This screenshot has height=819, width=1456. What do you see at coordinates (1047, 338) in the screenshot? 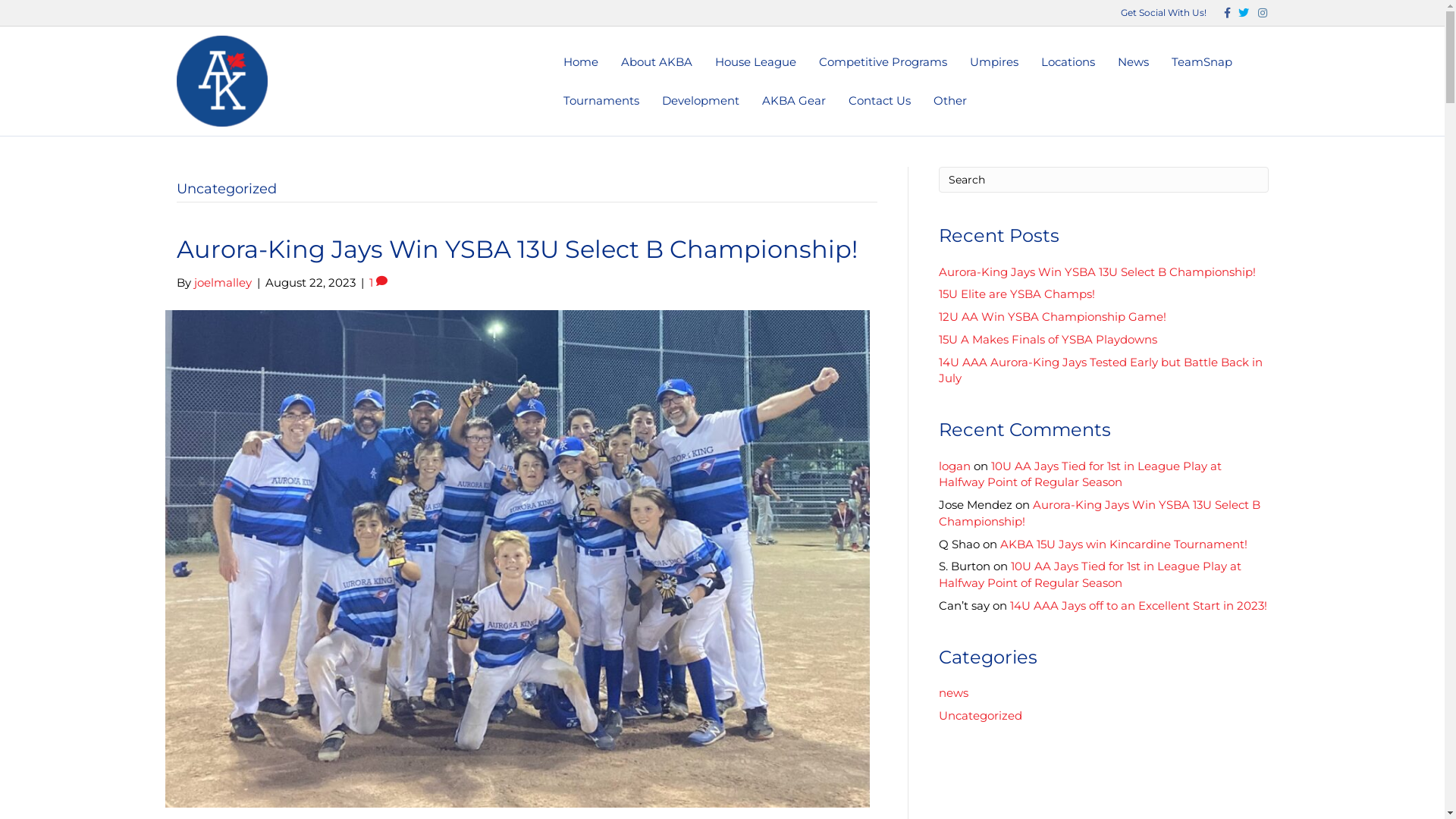
I see `'15U A Makes Finals of YSBA Playdowns'` at bounding box center [1047, 338].